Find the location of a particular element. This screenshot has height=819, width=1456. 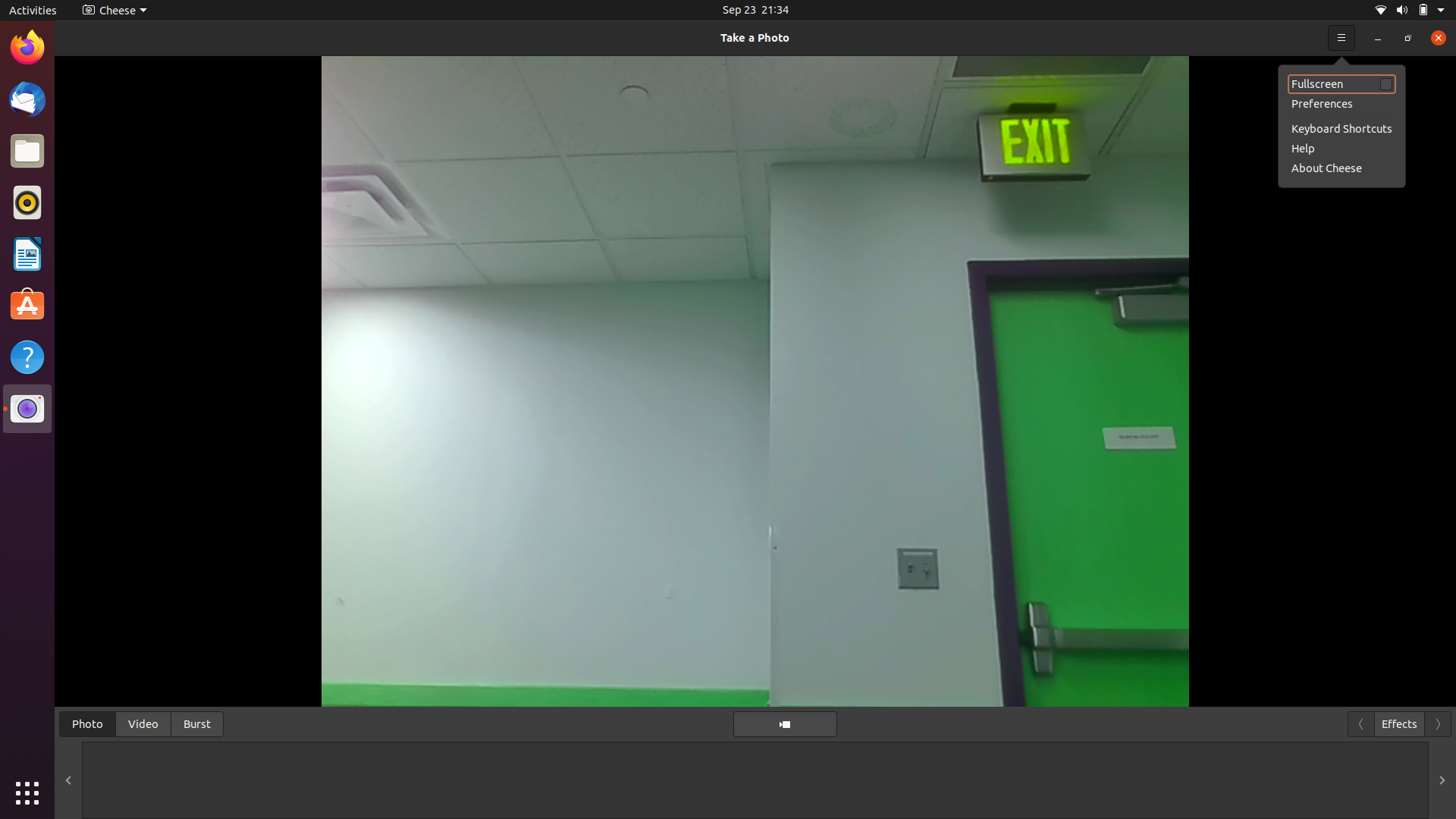

camera configurations is located at coordinates (111, 9).